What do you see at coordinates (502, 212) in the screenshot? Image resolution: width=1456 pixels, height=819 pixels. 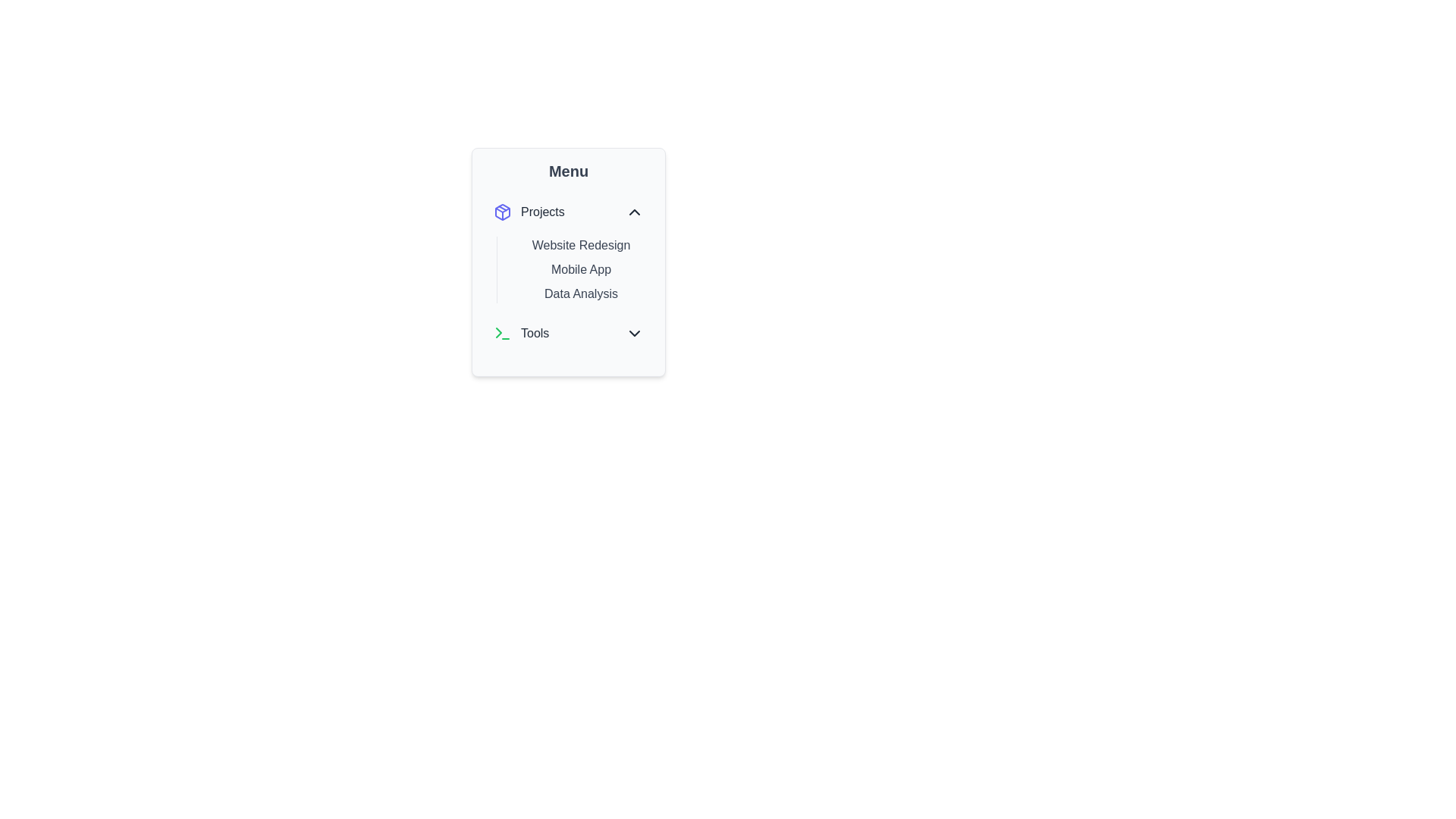 I see `the indigo 3D box icon` at bounding box center [502, 212].